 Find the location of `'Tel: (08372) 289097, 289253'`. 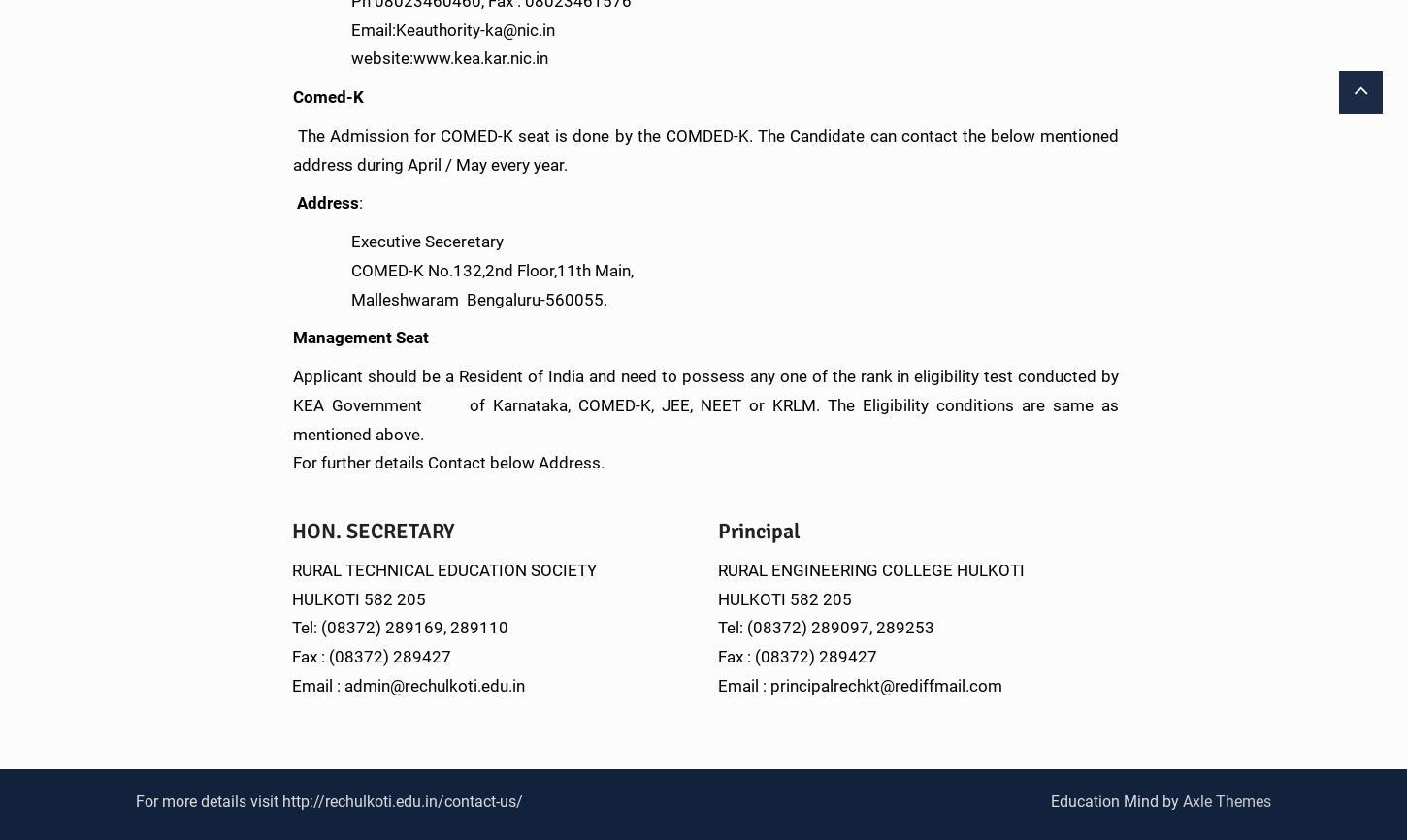

'Tel: (08372) 289097, 289253' is located at coordinates (824, 627).